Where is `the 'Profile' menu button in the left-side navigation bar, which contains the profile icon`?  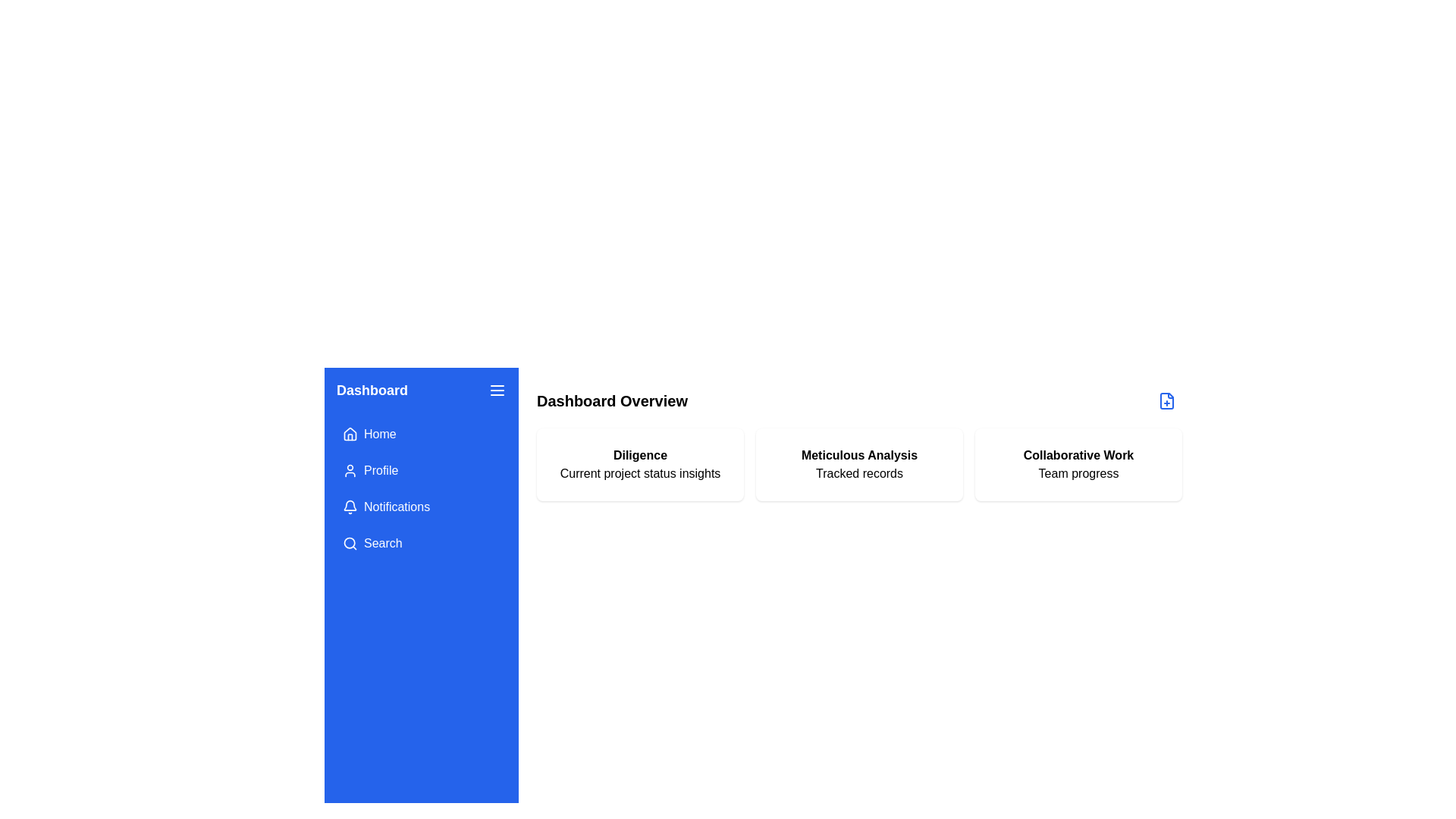
the 'Profile' menu button in the left-side navigation bar, which contains the profile icon is located at coordinates (349, 470).